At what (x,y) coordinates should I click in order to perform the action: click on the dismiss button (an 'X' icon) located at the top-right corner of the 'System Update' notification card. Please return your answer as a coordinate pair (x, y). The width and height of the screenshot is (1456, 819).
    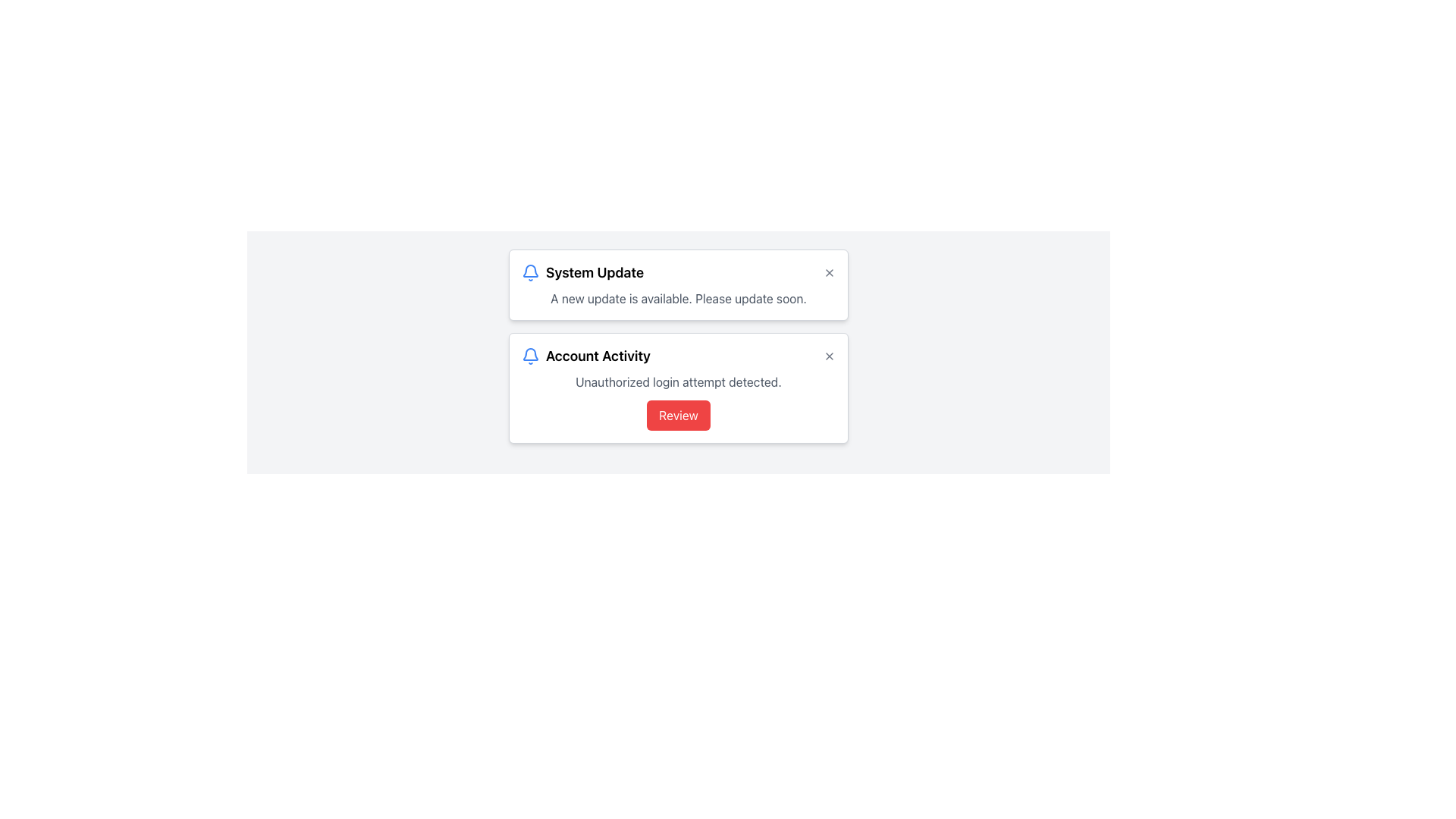
    Looking at the image, I should click on (829, 271).